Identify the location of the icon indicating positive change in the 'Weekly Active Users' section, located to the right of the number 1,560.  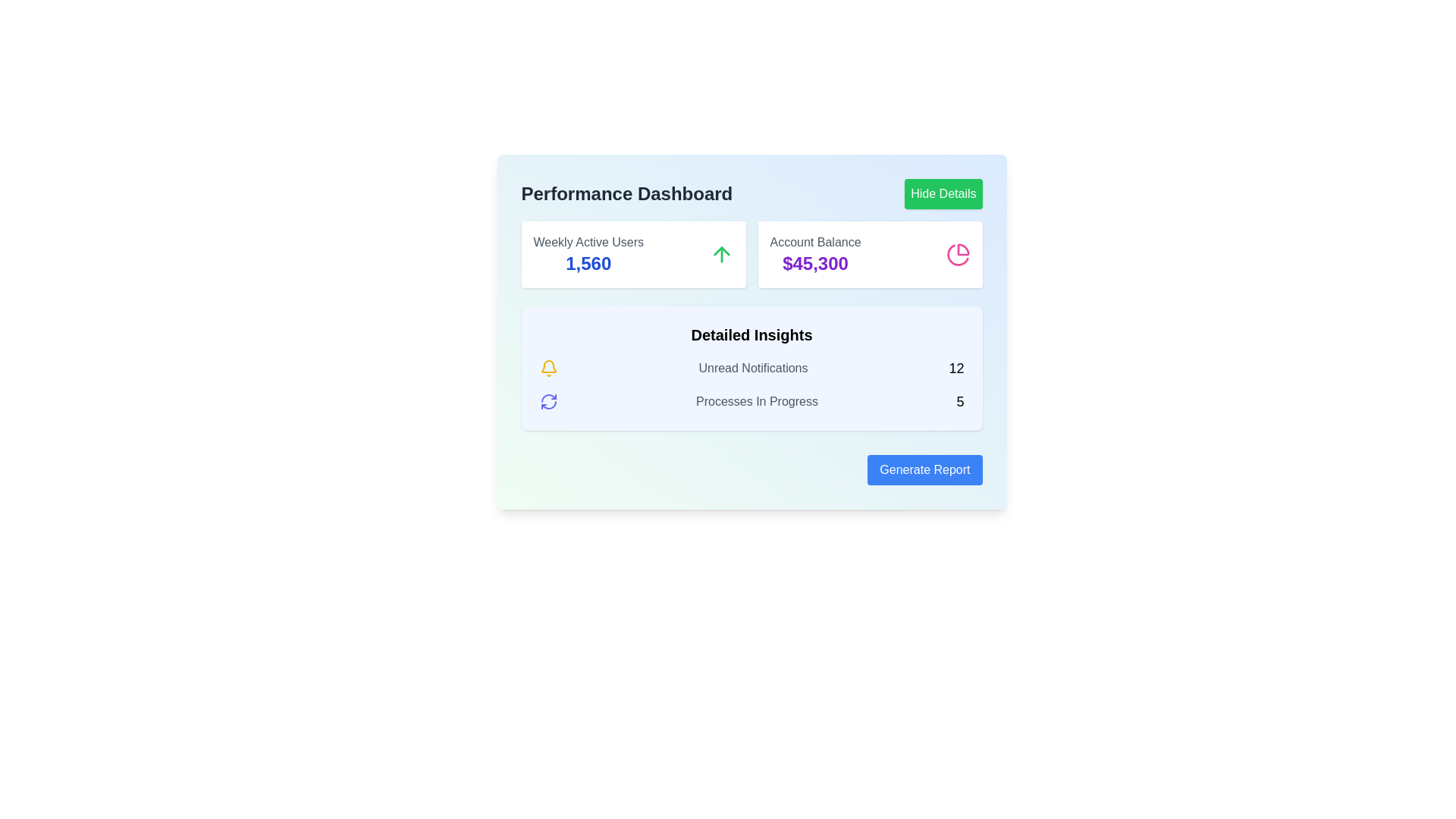
(720, 253).